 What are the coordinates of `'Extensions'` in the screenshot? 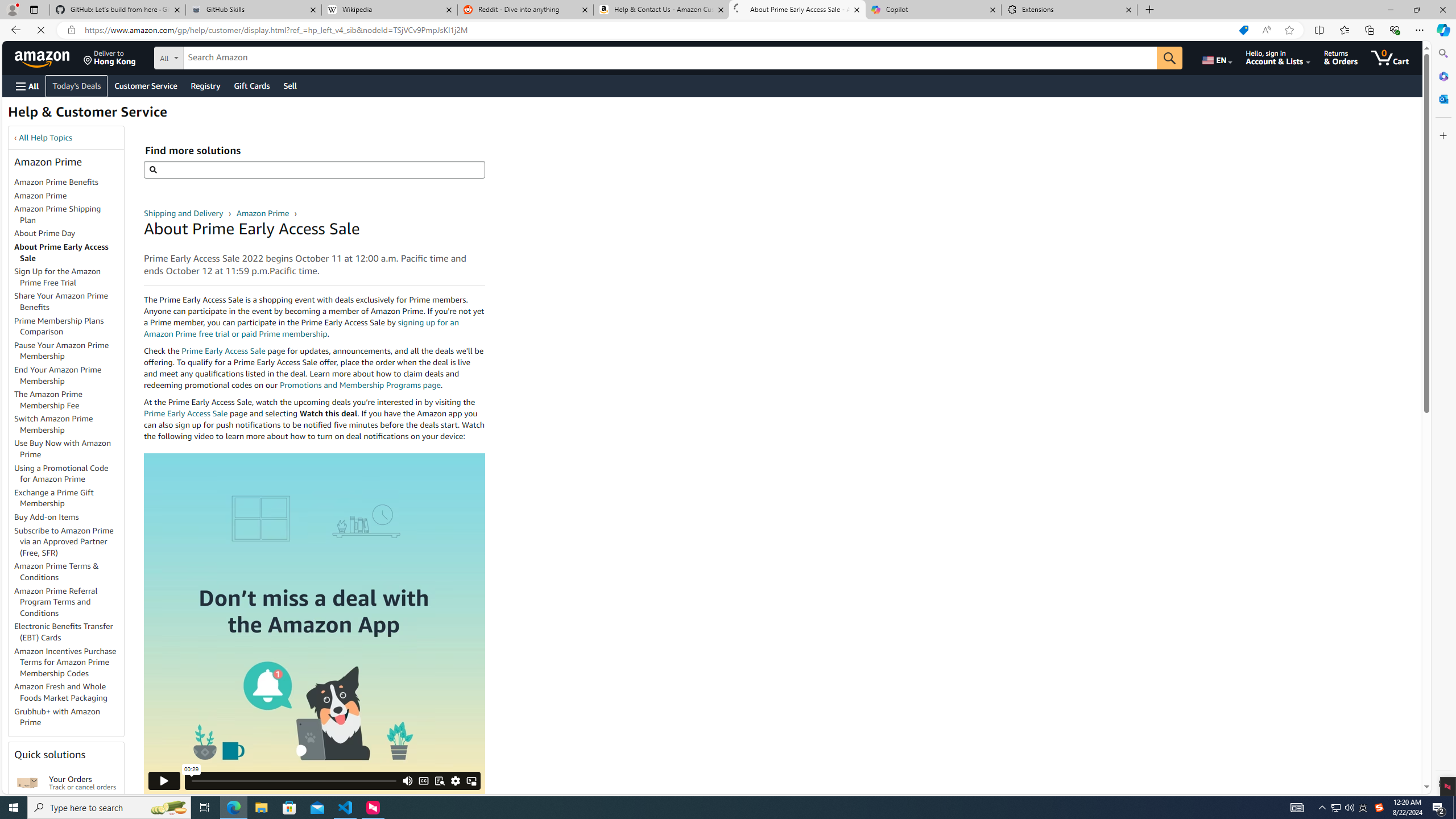 It's located at (1069, 9).